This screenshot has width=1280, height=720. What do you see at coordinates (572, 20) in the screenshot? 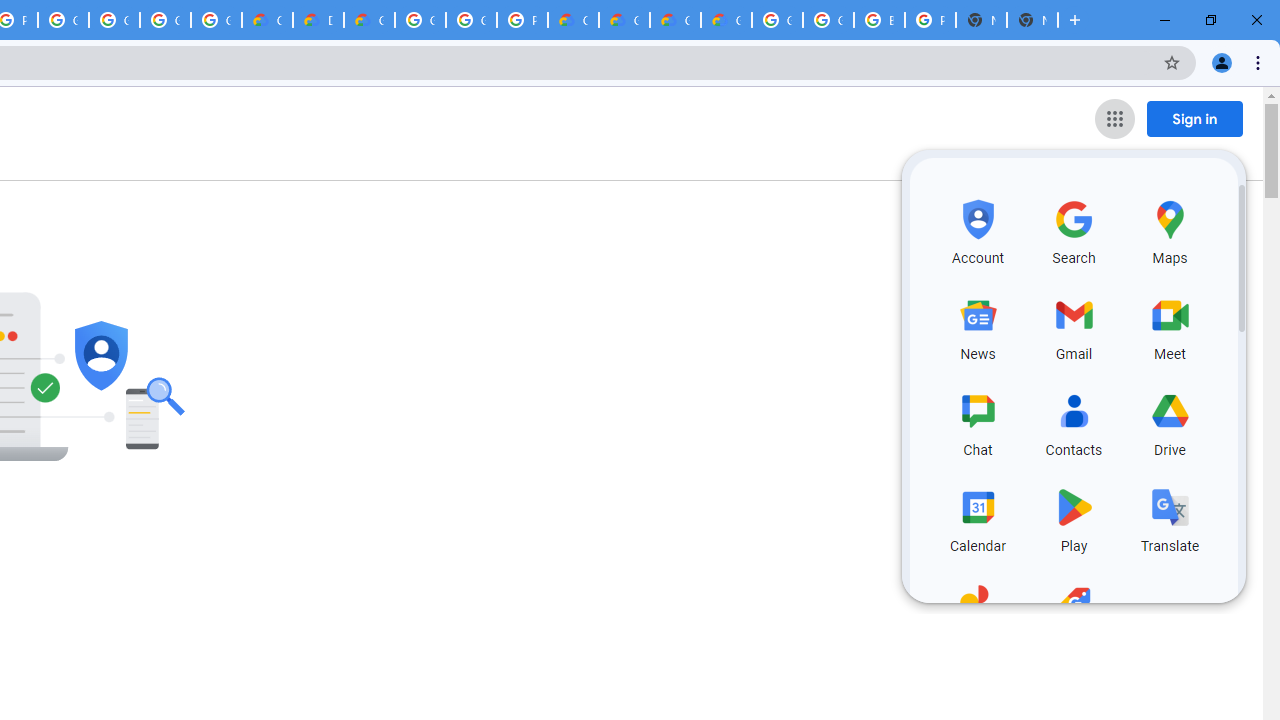
I see `'Customer Care | Google Cloud'` at bounding box center [572, 20].